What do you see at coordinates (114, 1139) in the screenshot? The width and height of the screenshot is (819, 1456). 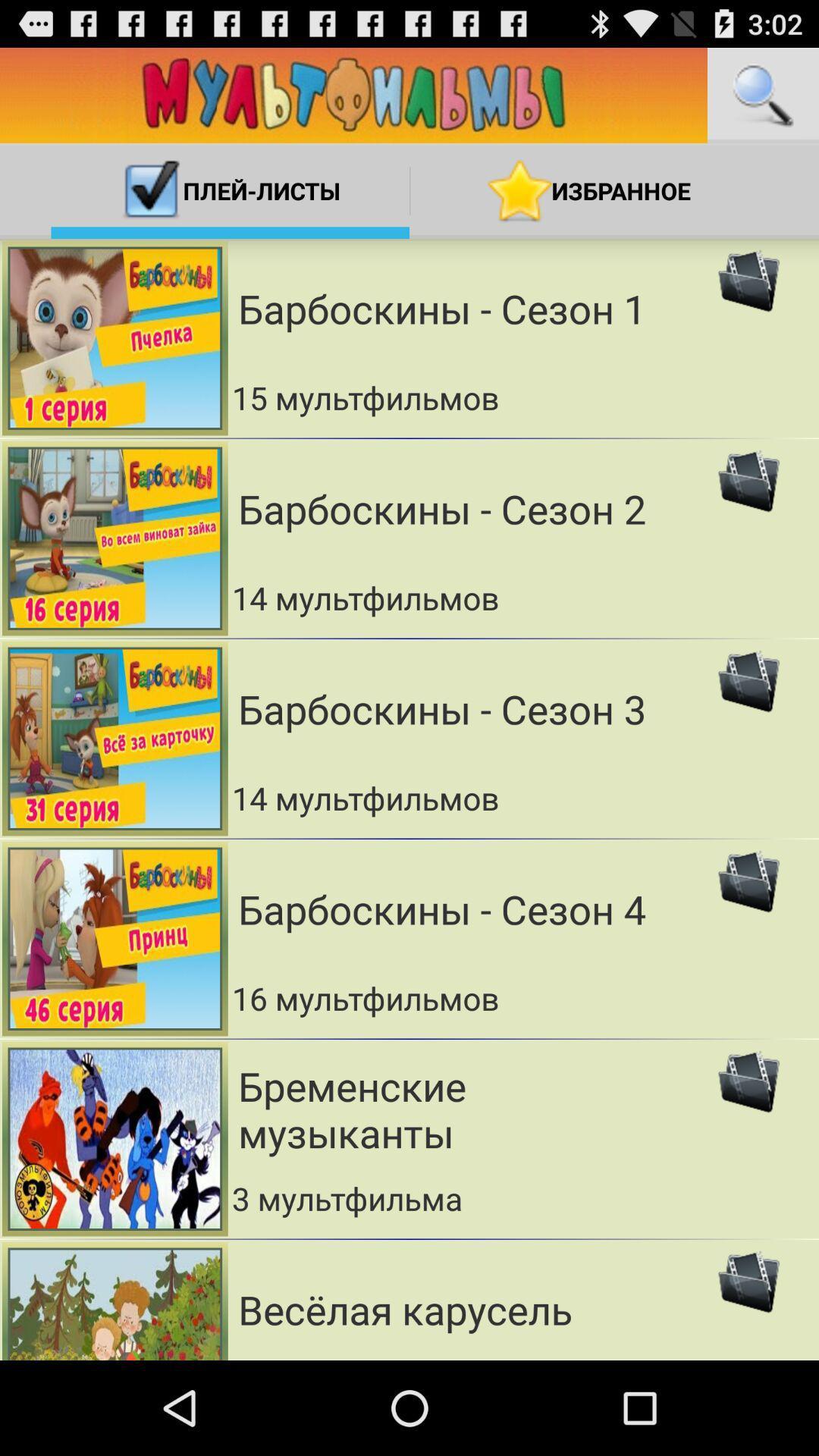 I see `left of fifth option` at bounding box center [114, 1139].